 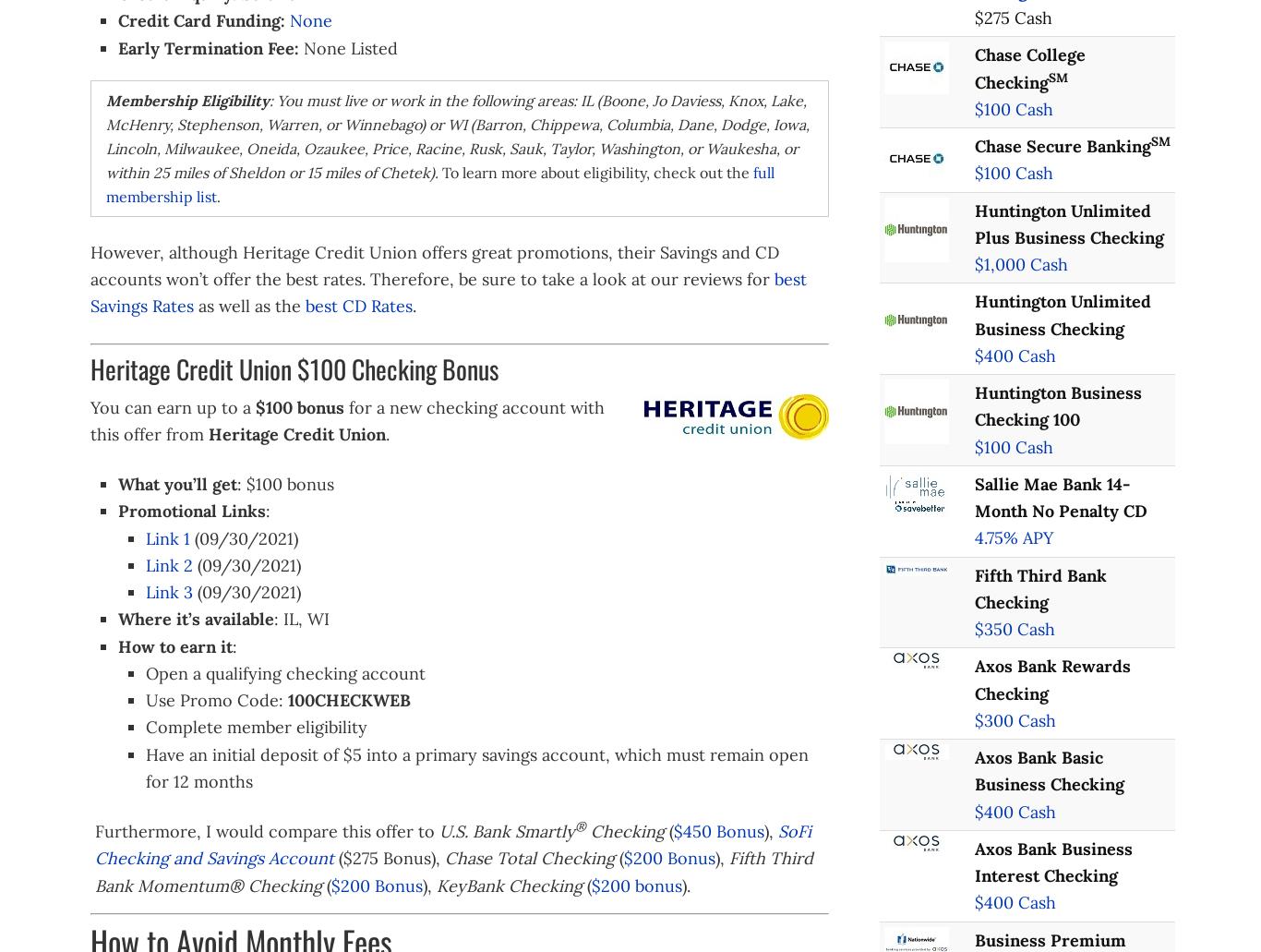 What do you see at coordinates (207, 47) in the screenshot?
I see `'Early Termination Fee:'` at bounding box center [207, 47].